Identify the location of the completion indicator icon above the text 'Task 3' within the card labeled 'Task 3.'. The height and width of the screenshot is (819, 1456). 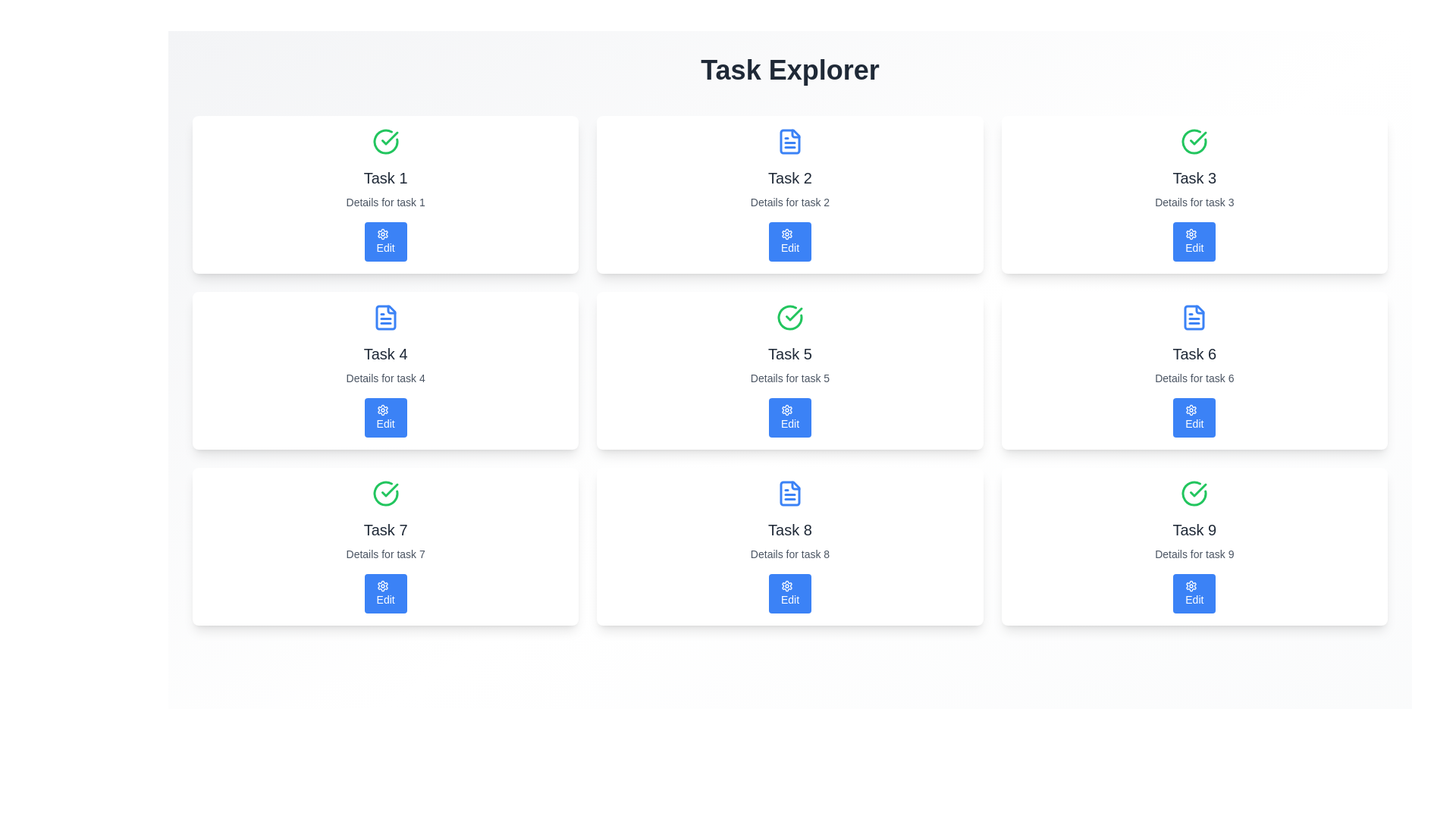
(1194, 141).